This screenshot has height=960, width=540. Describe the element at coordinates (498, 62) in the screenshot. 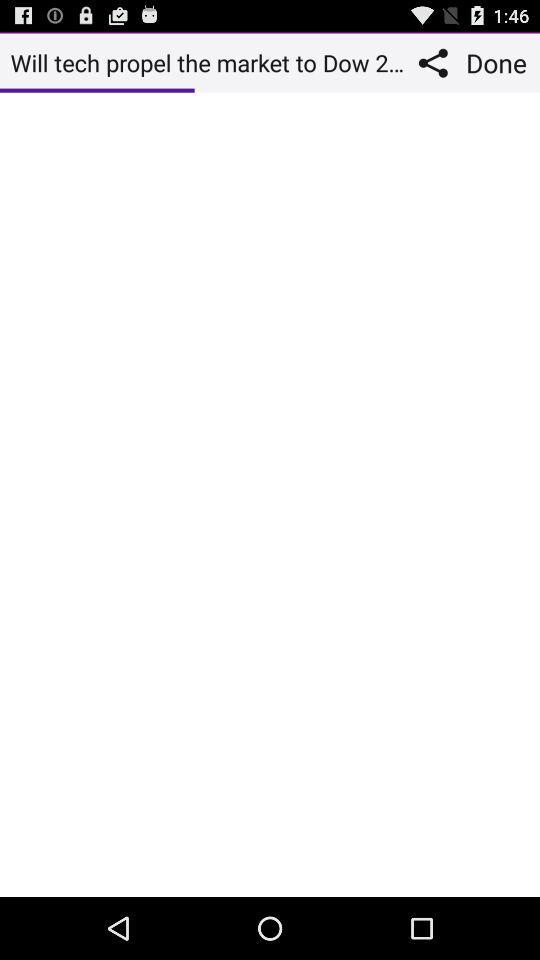

I see `done app` at that location.